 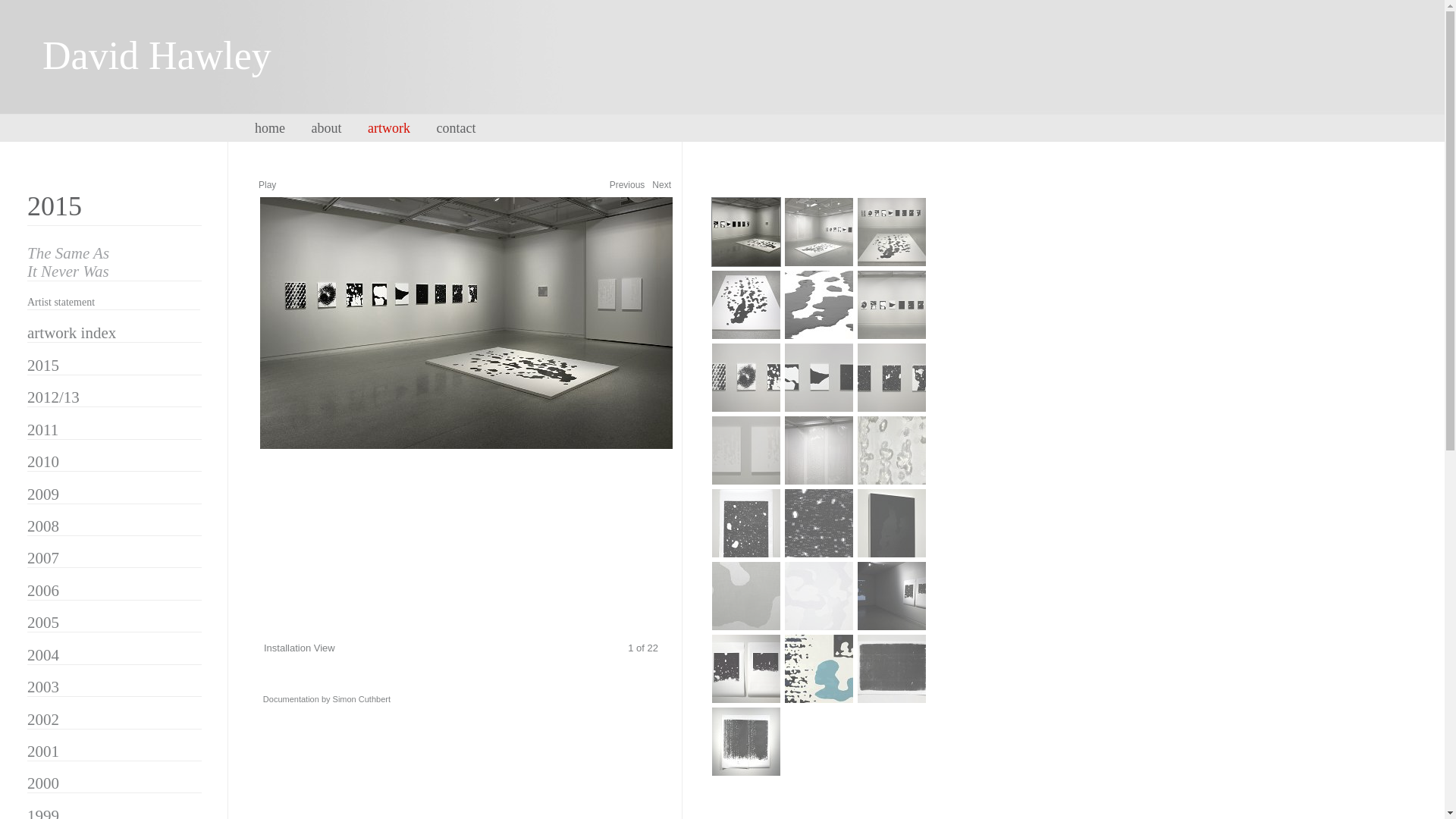 I want to click on '2006', so click(x=43, y=590).